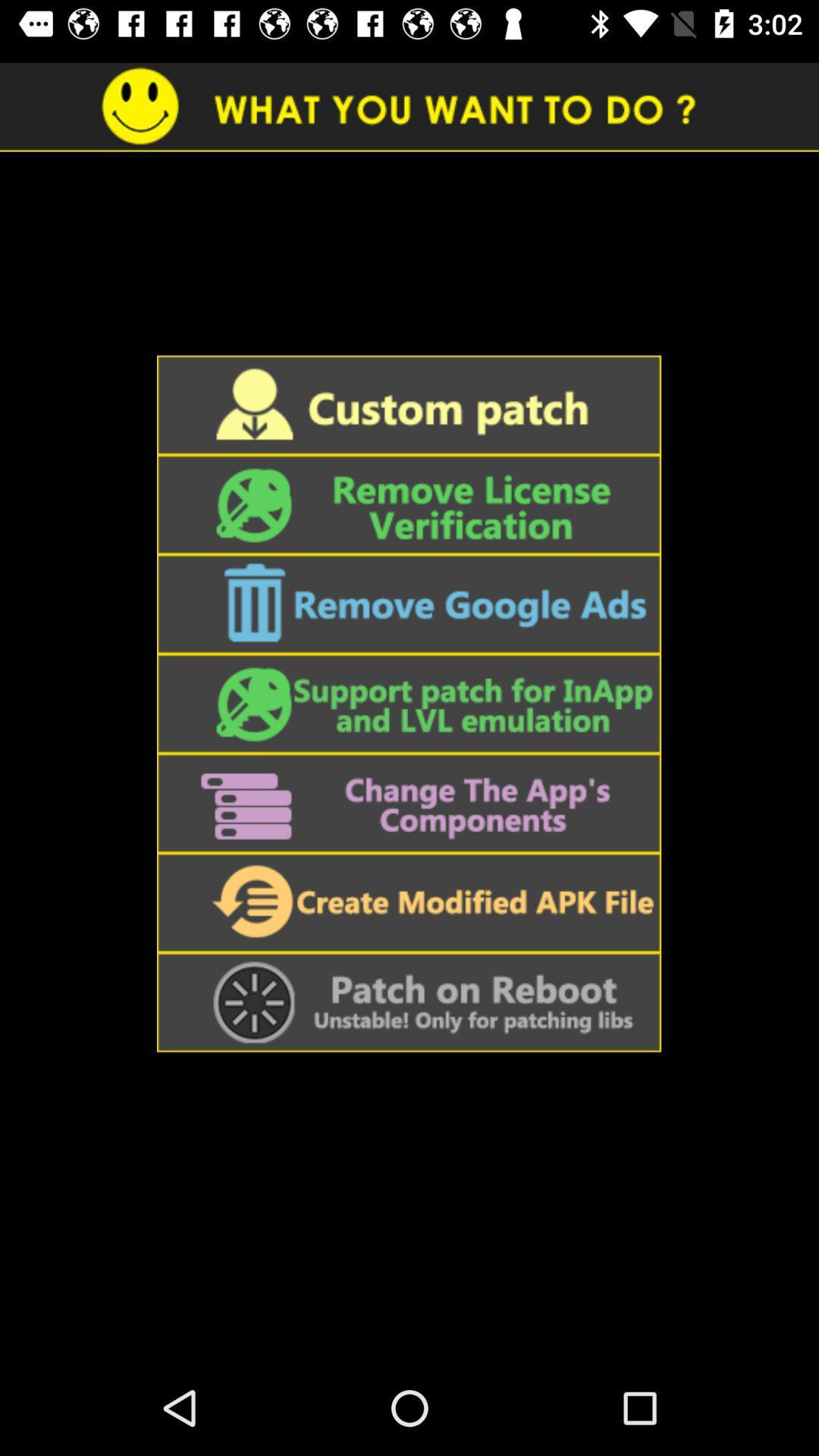 The image size is (819, 1456). What do you see at coordinates (408, 1002) in the screenshot?
I see `patch on reboot button` at bounding box center [408, 1002].